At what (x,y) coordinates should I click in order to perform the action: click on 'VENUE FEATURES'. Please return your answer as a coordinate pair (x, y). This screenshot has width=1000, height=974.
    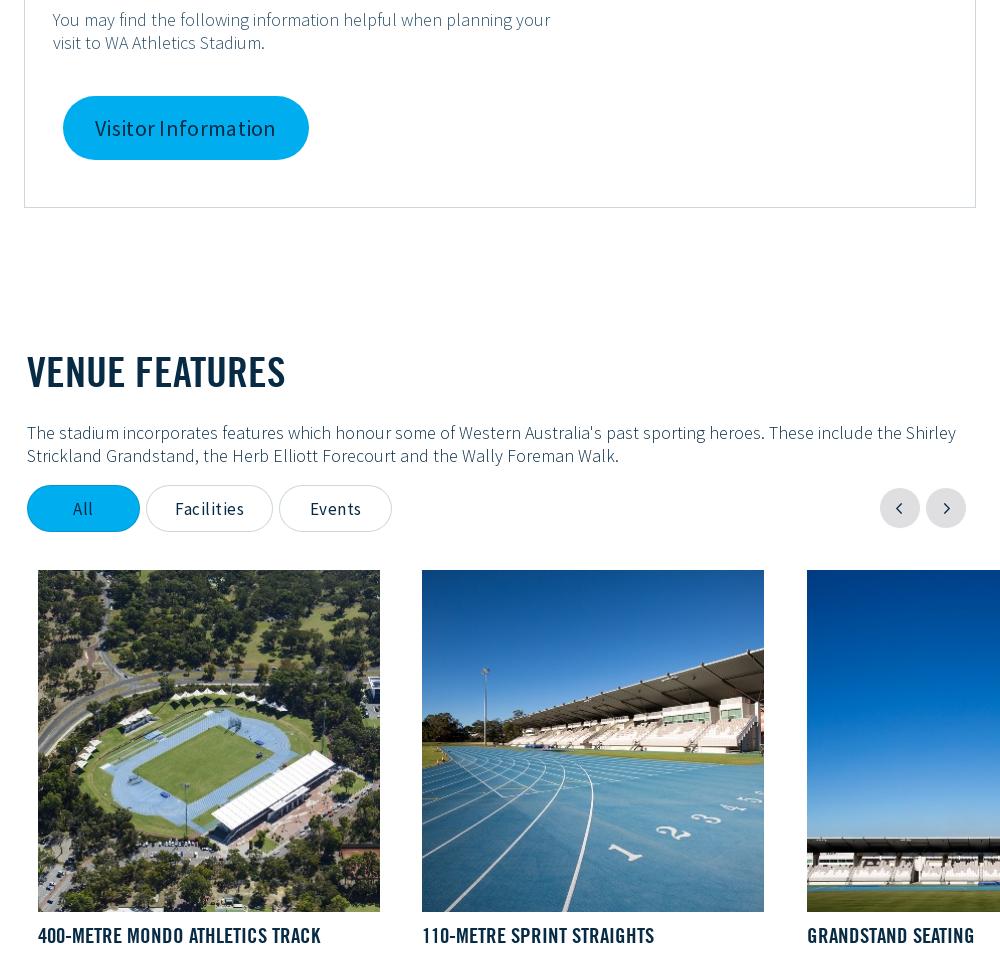
    Looking at the image, I should click on (27, 371).